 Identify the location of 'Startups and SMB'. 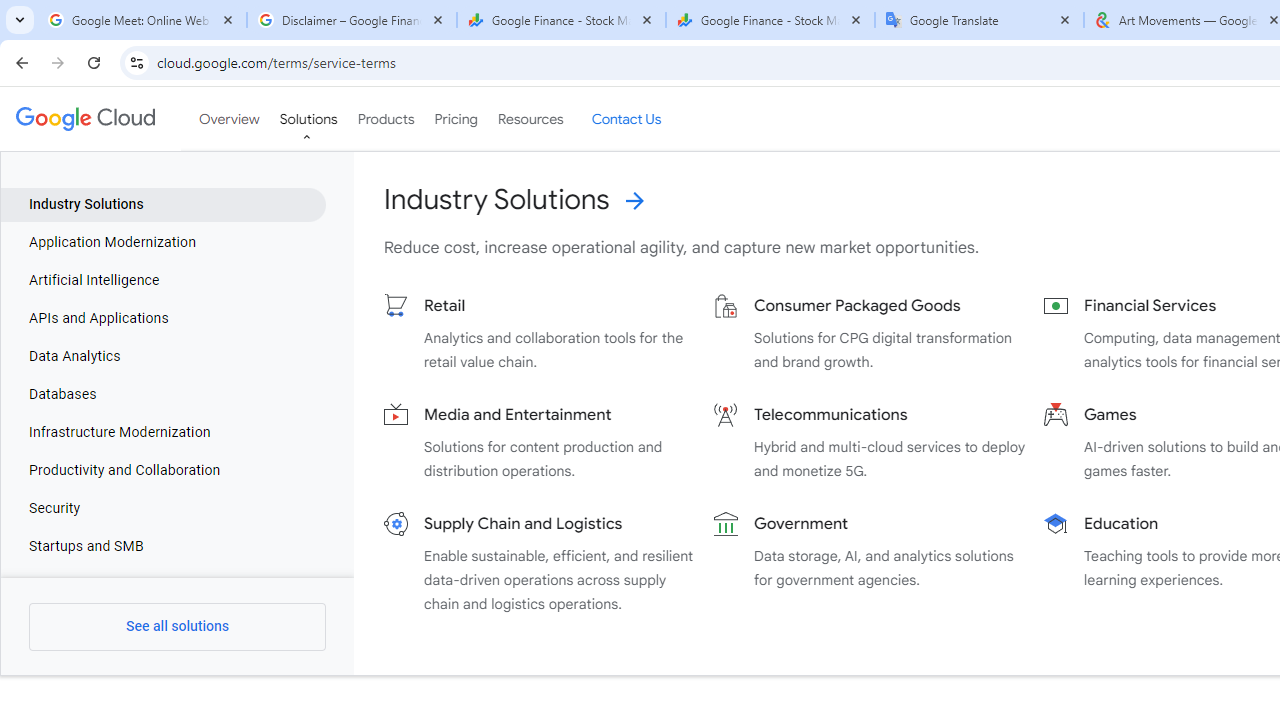
(163, 546).